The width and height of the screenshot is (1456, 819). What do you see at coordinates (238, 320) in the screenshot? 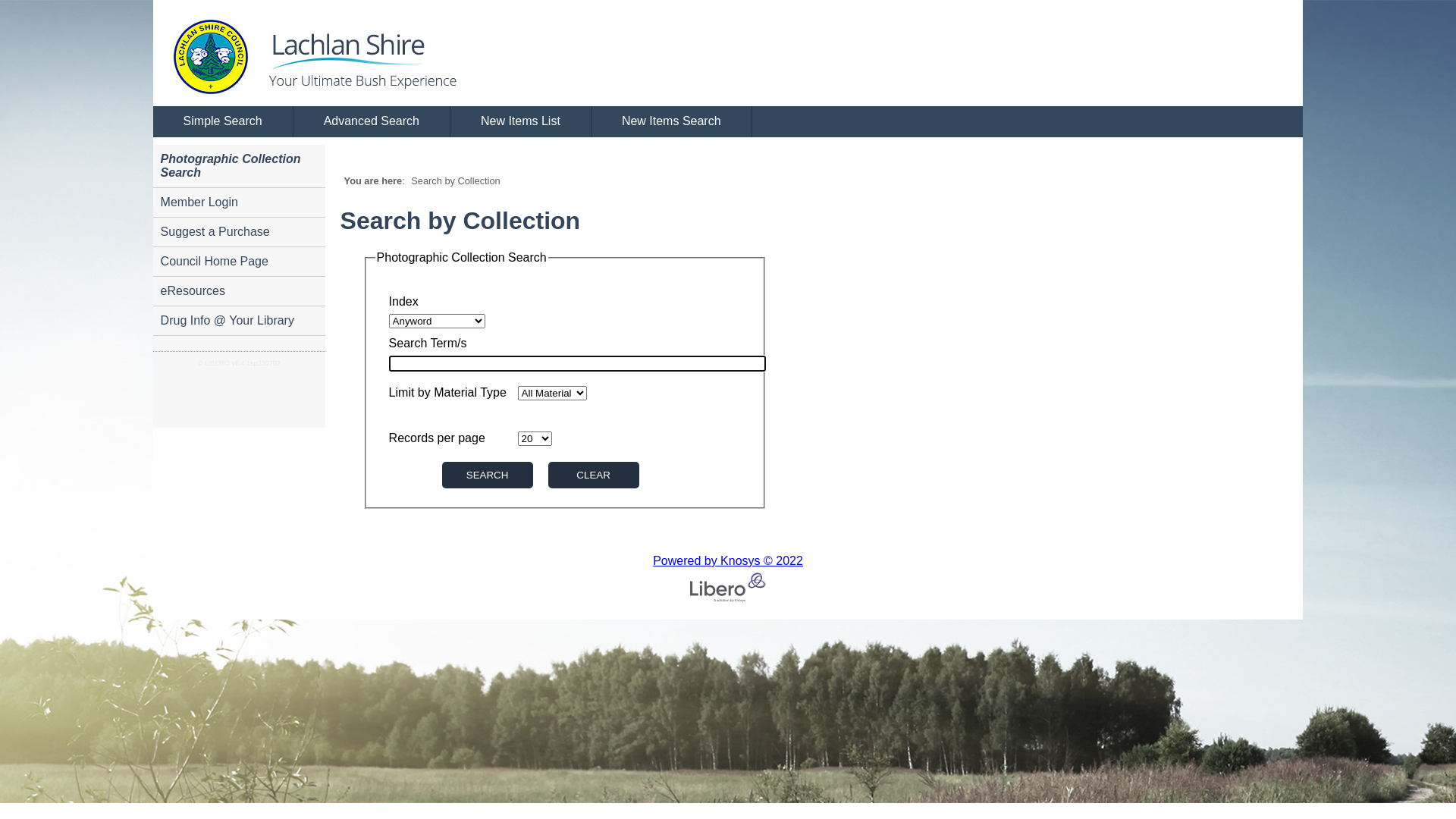
I see `'Drug Info @ Your Library'` at bounding box center [238, 320].